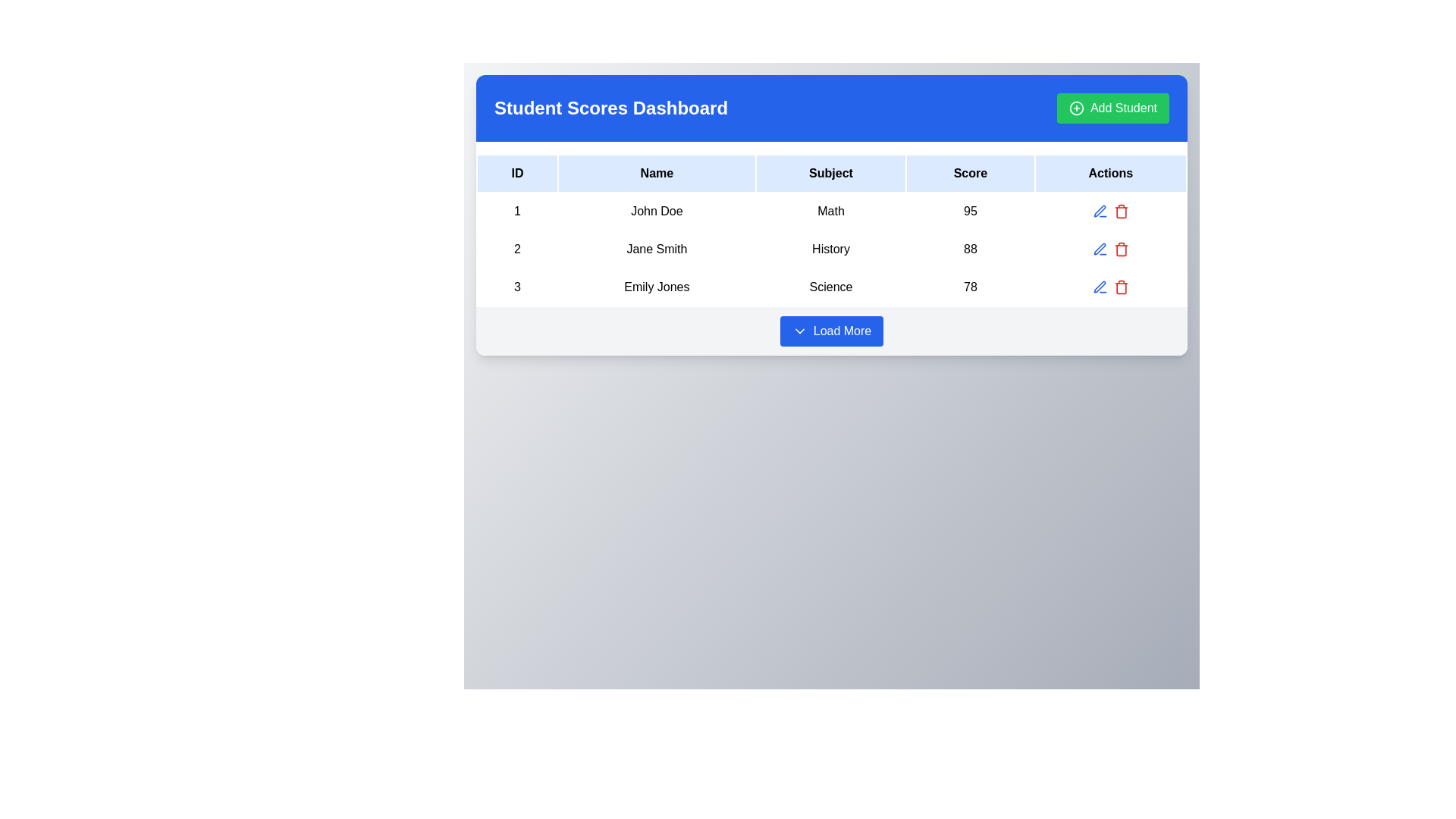 The height and width of the screenshot is (819, 1456). Describe the element at coordinates (1121, 288) in the screenshot. I see `the trash can icon representing the delete functionality for 'Emily Jones' in the Actions column` at that location.